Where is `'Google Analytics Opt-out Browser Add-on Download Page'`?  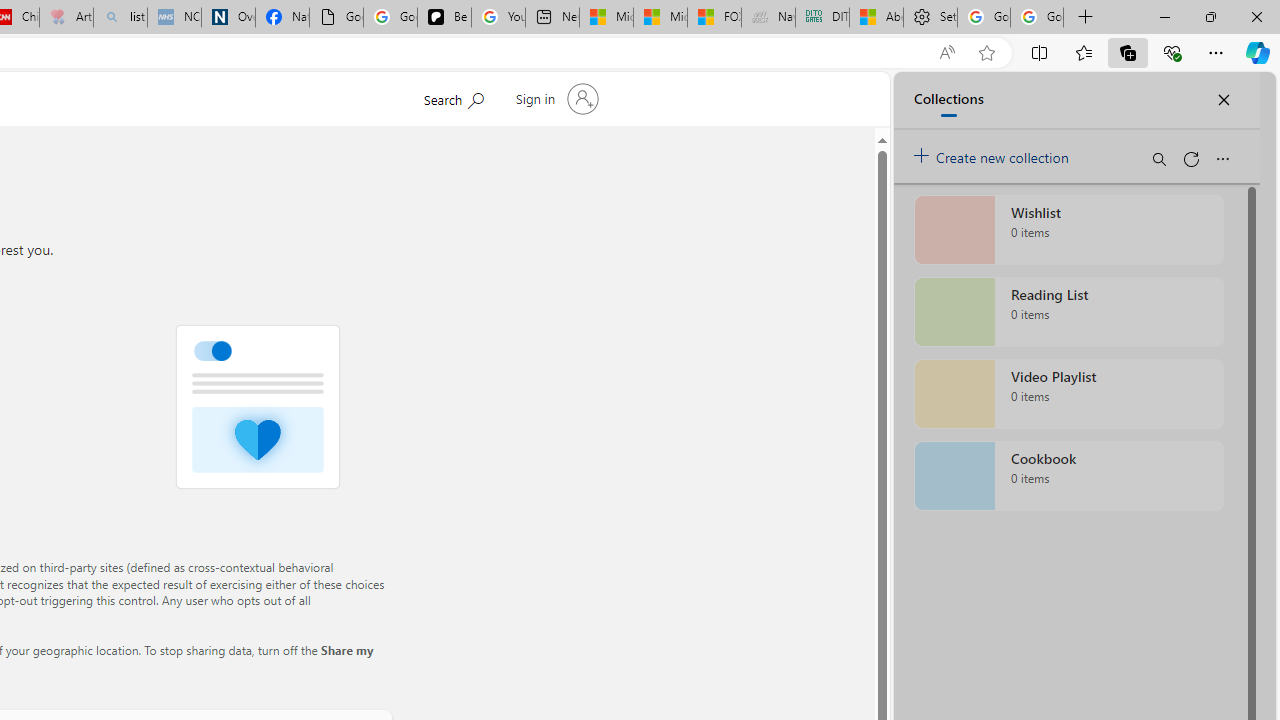 'Google Analytics Opt-out Browser Add-on Download Page' is located at coordinates (336, 17).